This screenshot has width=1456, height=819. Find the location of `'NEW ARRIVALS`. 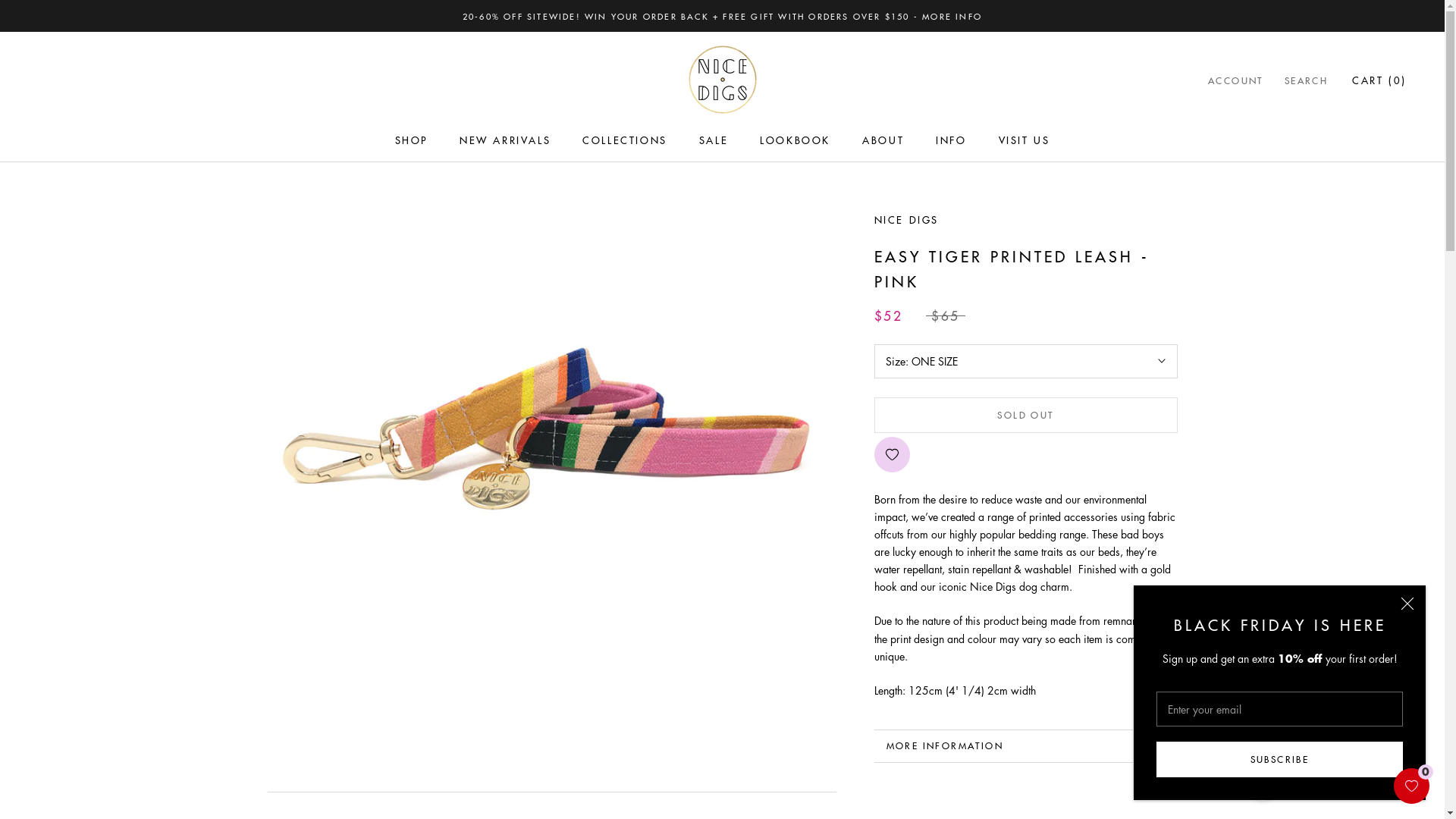

'NEW ARRIVALS is located at coordinates (505, 140).